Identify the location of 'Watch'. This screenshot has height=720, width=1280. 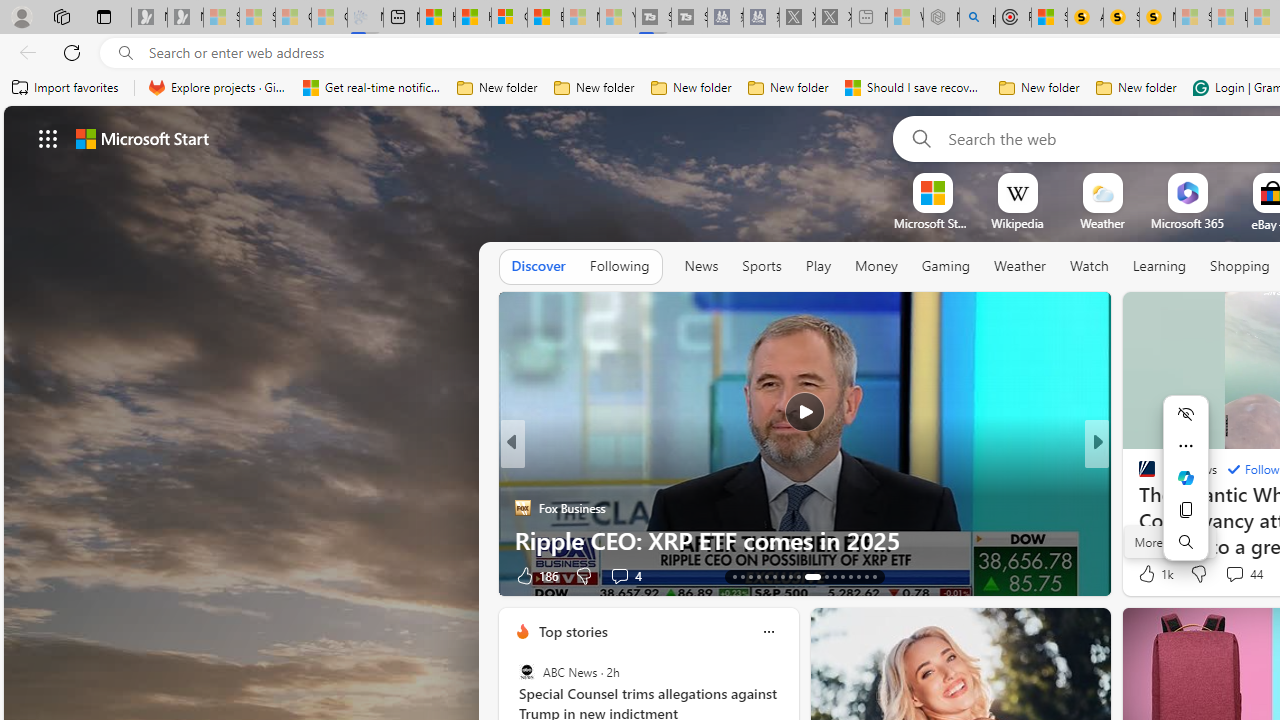
(1088, 266).